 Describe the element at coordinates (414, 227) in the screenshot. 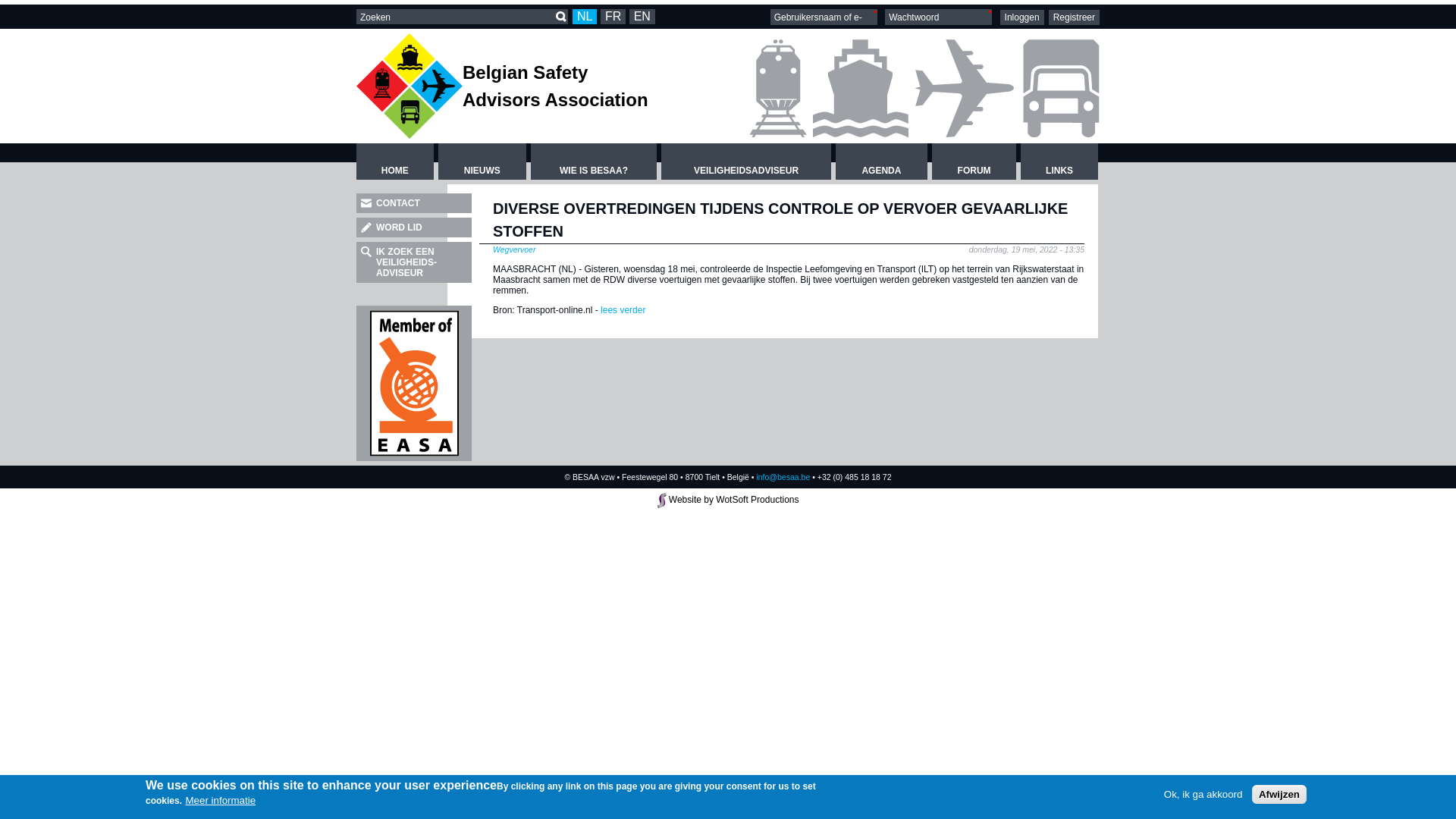

I see `'WORD LID'` at that location.